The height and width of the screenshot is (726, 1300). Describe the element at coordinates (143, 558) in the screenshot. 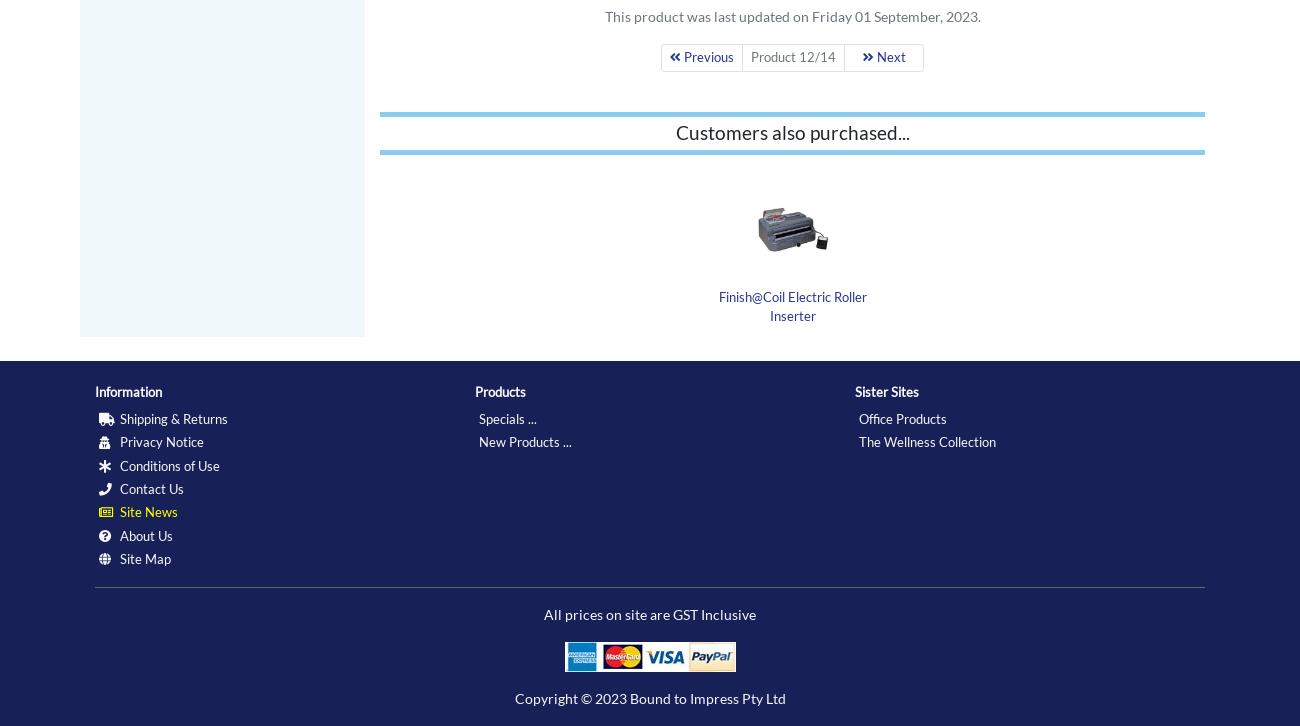

I see `'Site Map'` at that location.